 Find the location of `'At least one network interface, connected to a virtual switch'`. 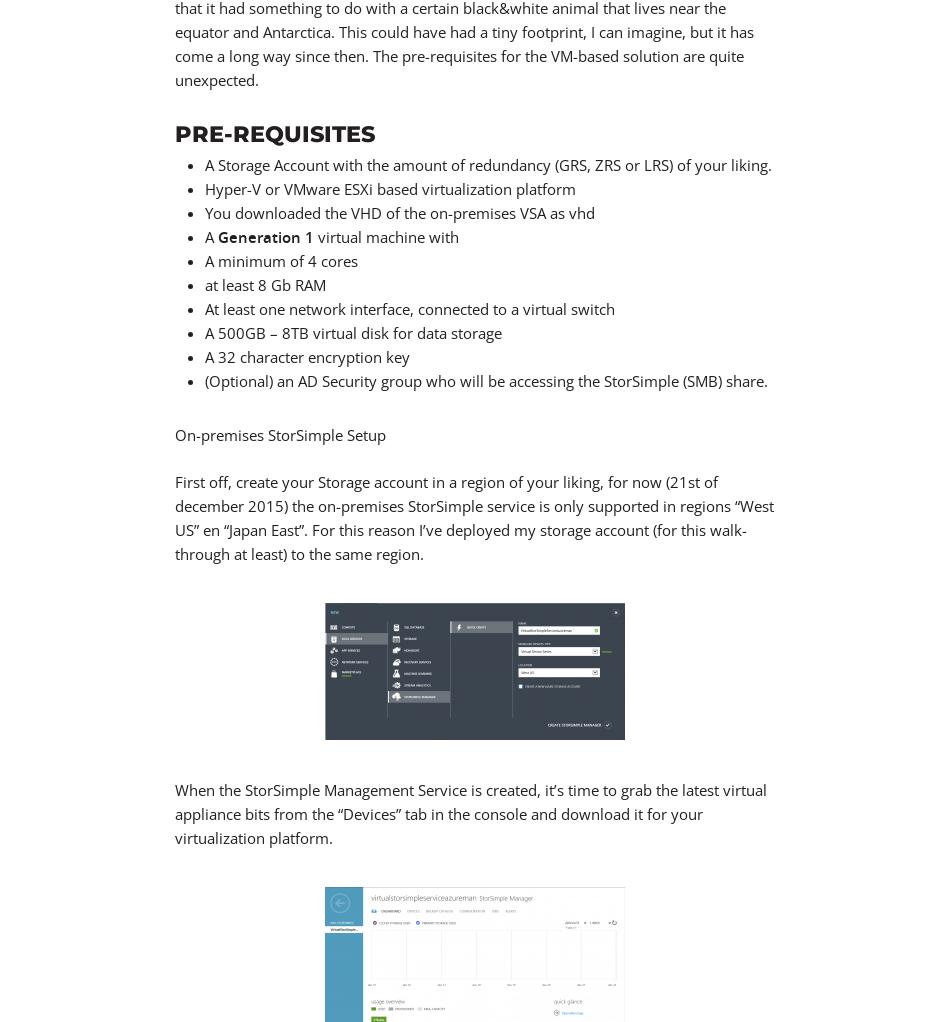

'At least one network interface, connected to a virtual switch' is located at coordinates (205, 307).